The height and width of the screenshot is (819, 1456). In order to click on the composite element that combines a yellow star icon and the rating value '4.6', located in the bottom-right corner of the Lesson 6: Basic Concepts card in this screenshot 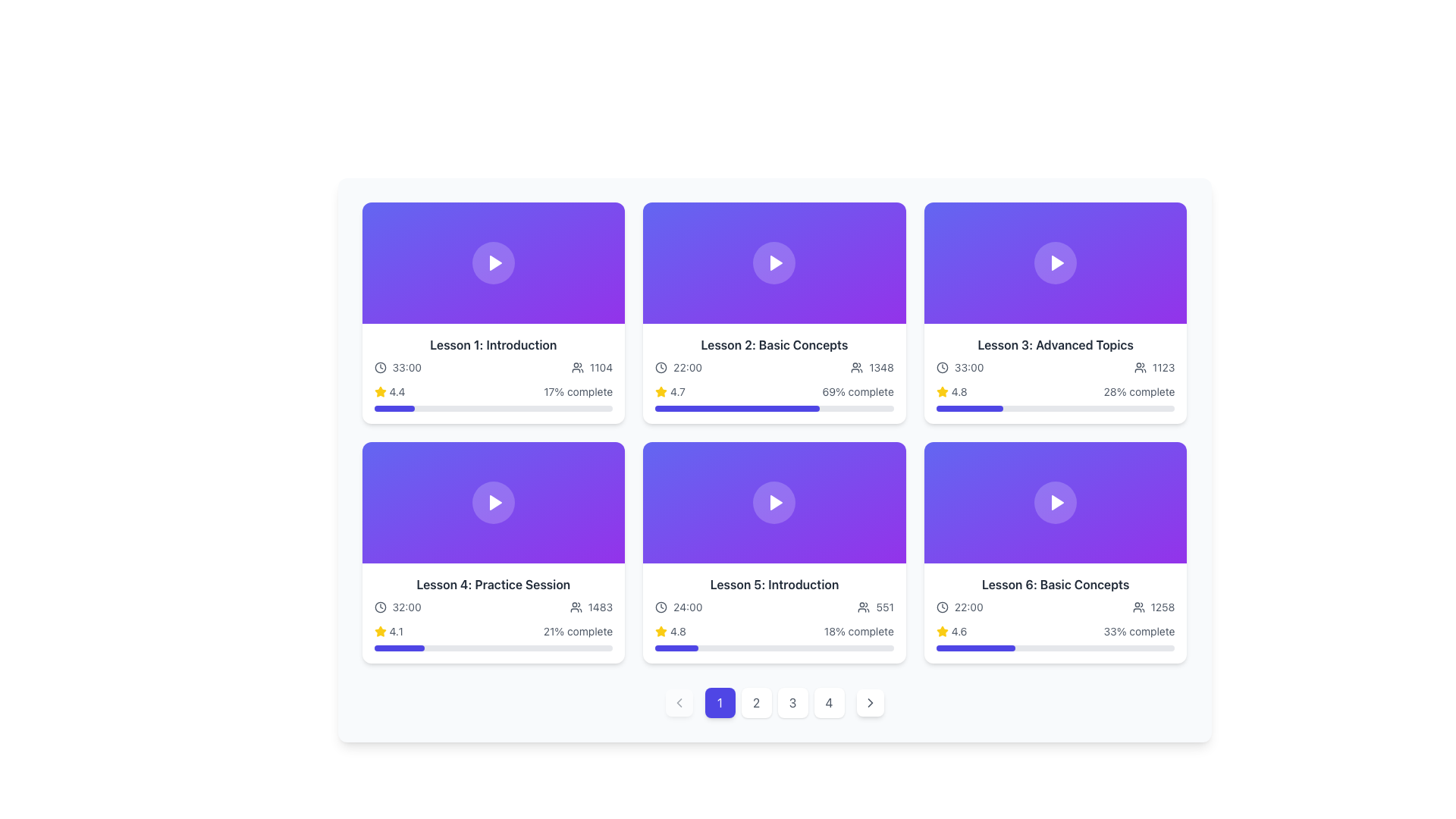, I will do `click(951, 632)`.